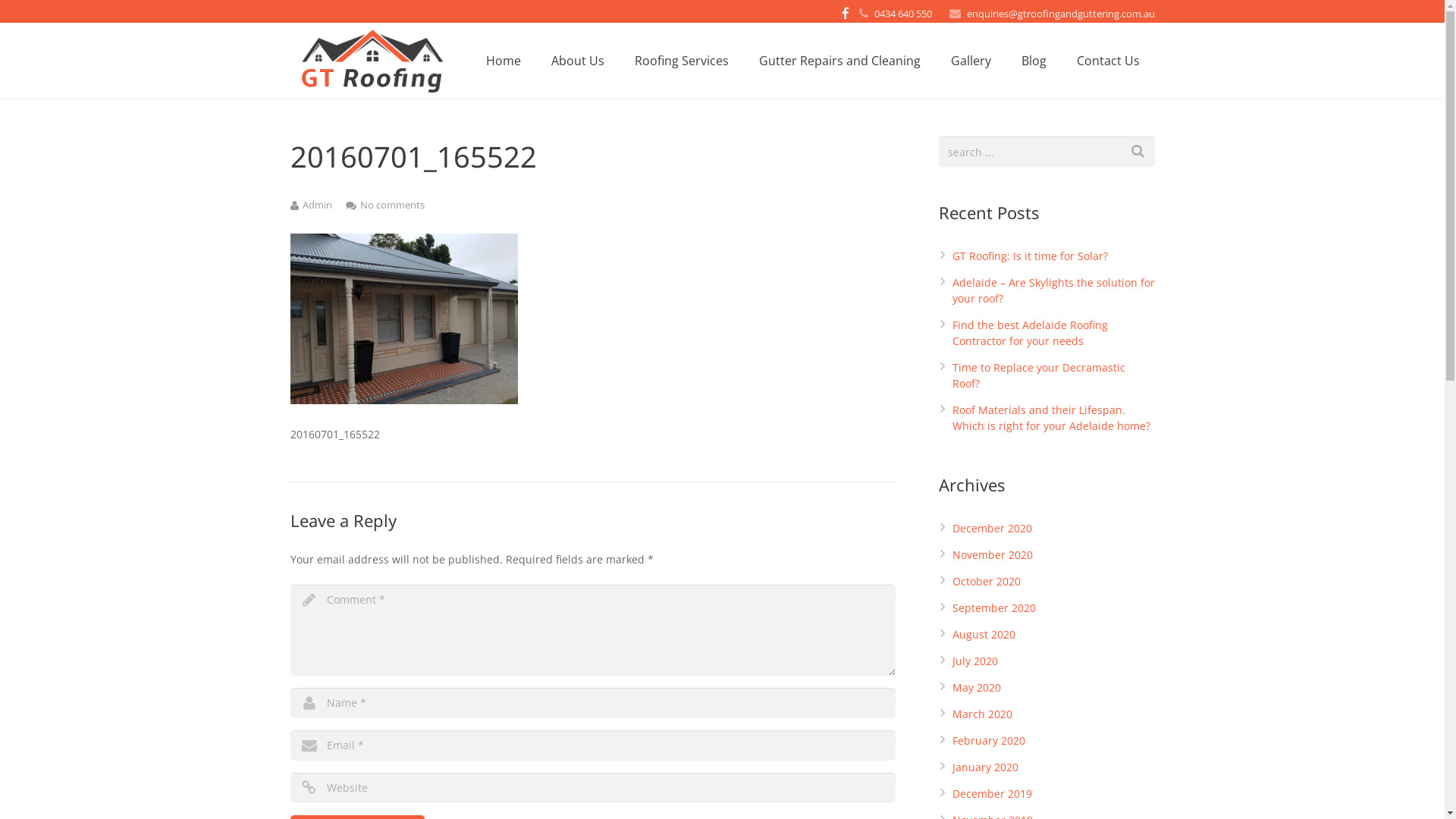  What do you see at coordinates (989, 739) in the screenshot?
I see `'February 2020'` at bounding box center [989, 739].